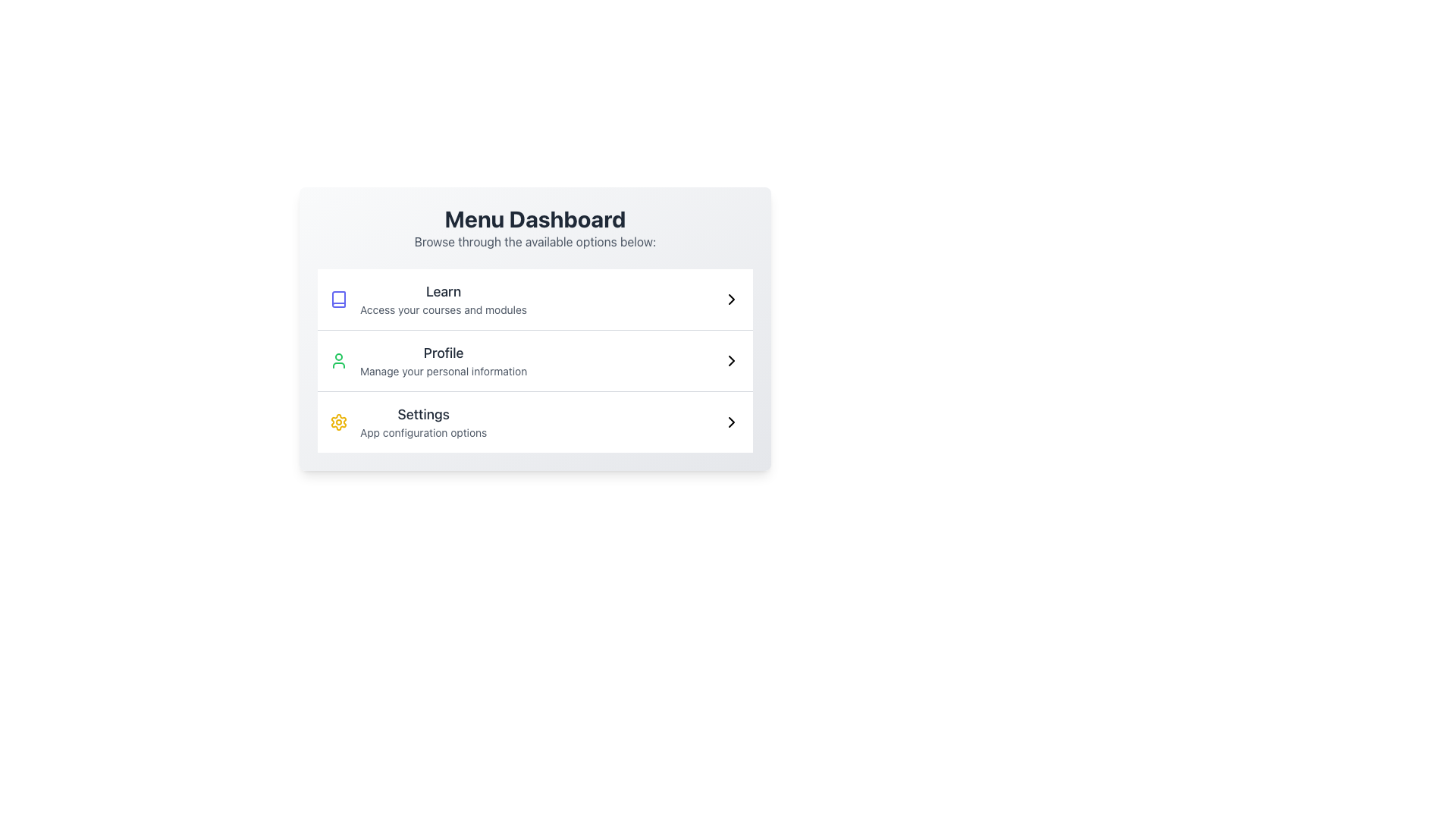  What do you see at coordinates (423, 415) in the screenshot?
I see `text label 'Settings' located in the bottom section of the vertical menu layout, which is styled with a medium black font and aligned to the left` at bounding box center [423, 415].